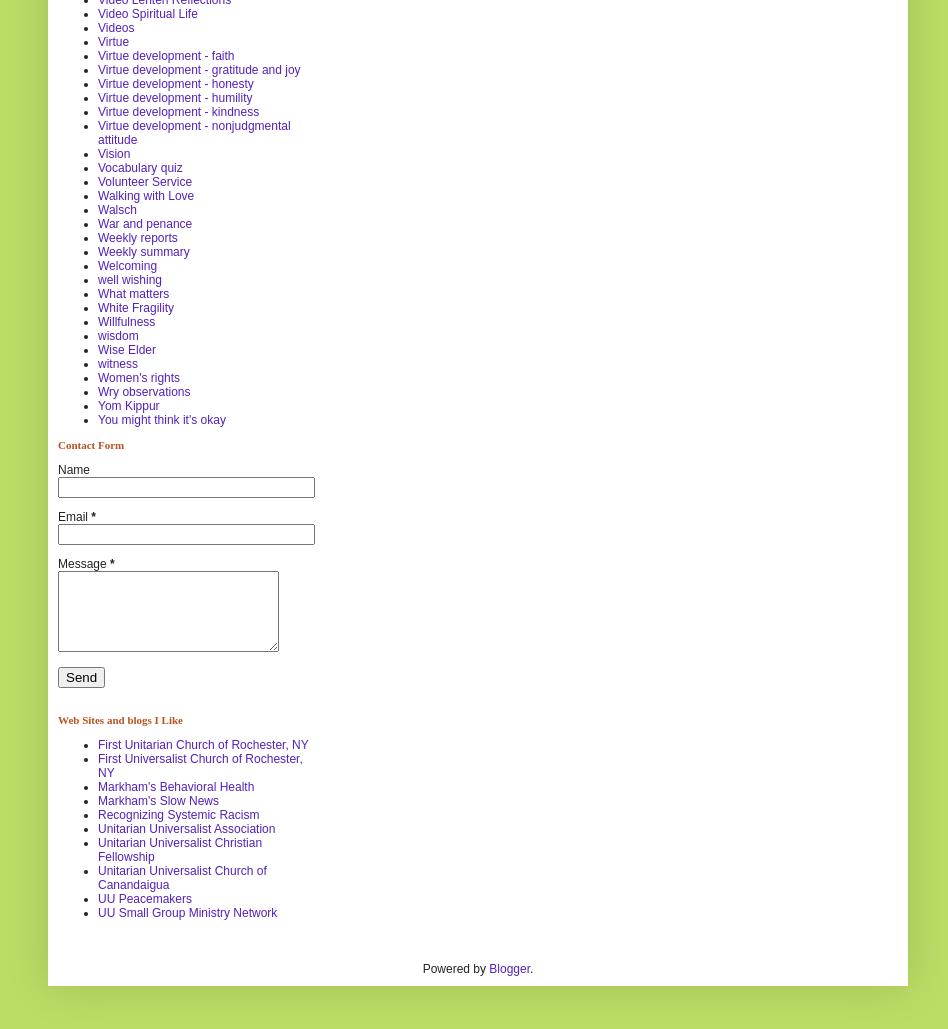 The width and height of the screenshot is (948, 1029). Describe the element at coordinates (509, 966) in the screenshot. I see `'Blogger'` at that location.